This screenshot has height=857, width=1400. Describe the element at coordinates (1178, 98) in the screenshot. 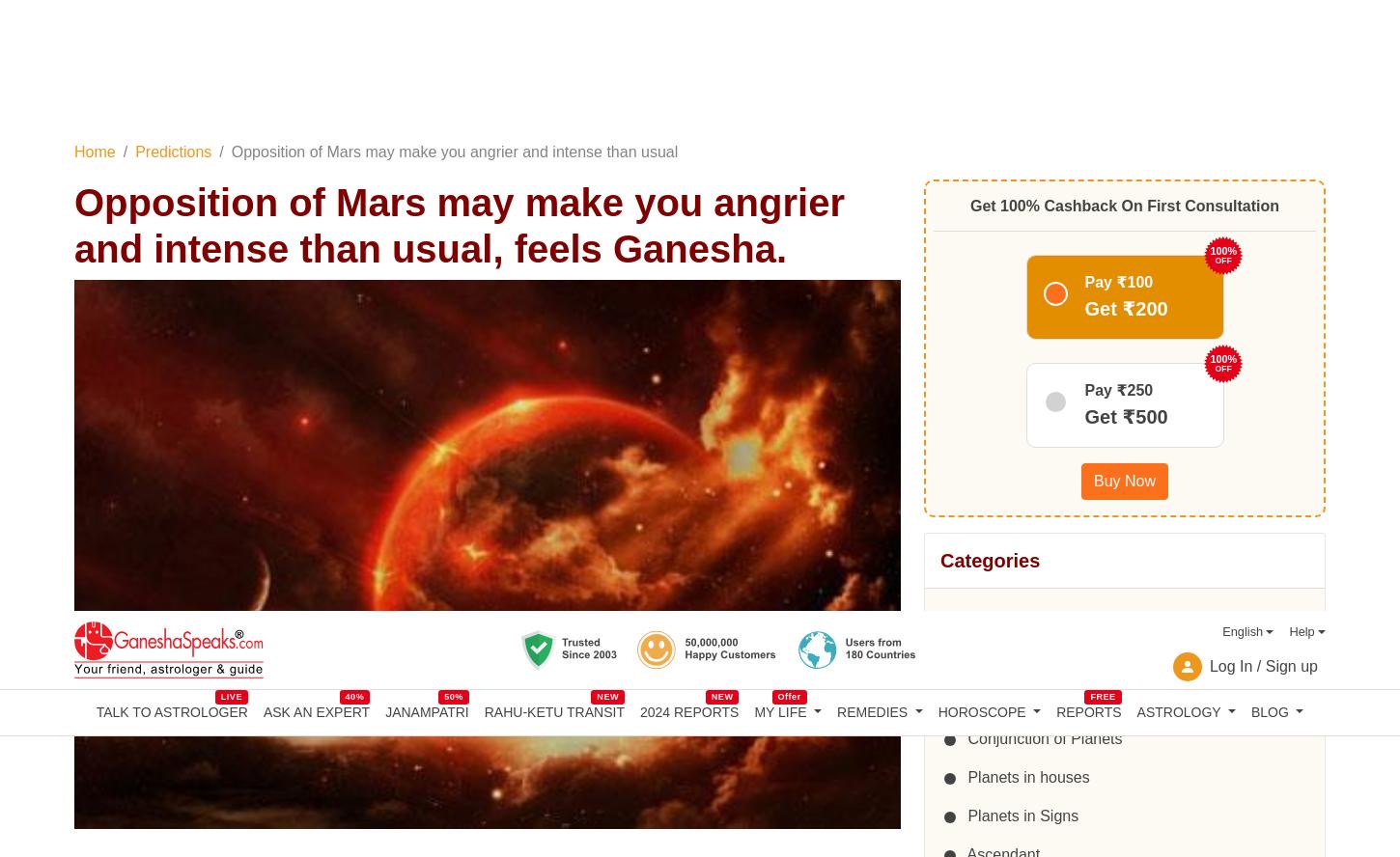

I see `'ASTROLOGY'` at that location.